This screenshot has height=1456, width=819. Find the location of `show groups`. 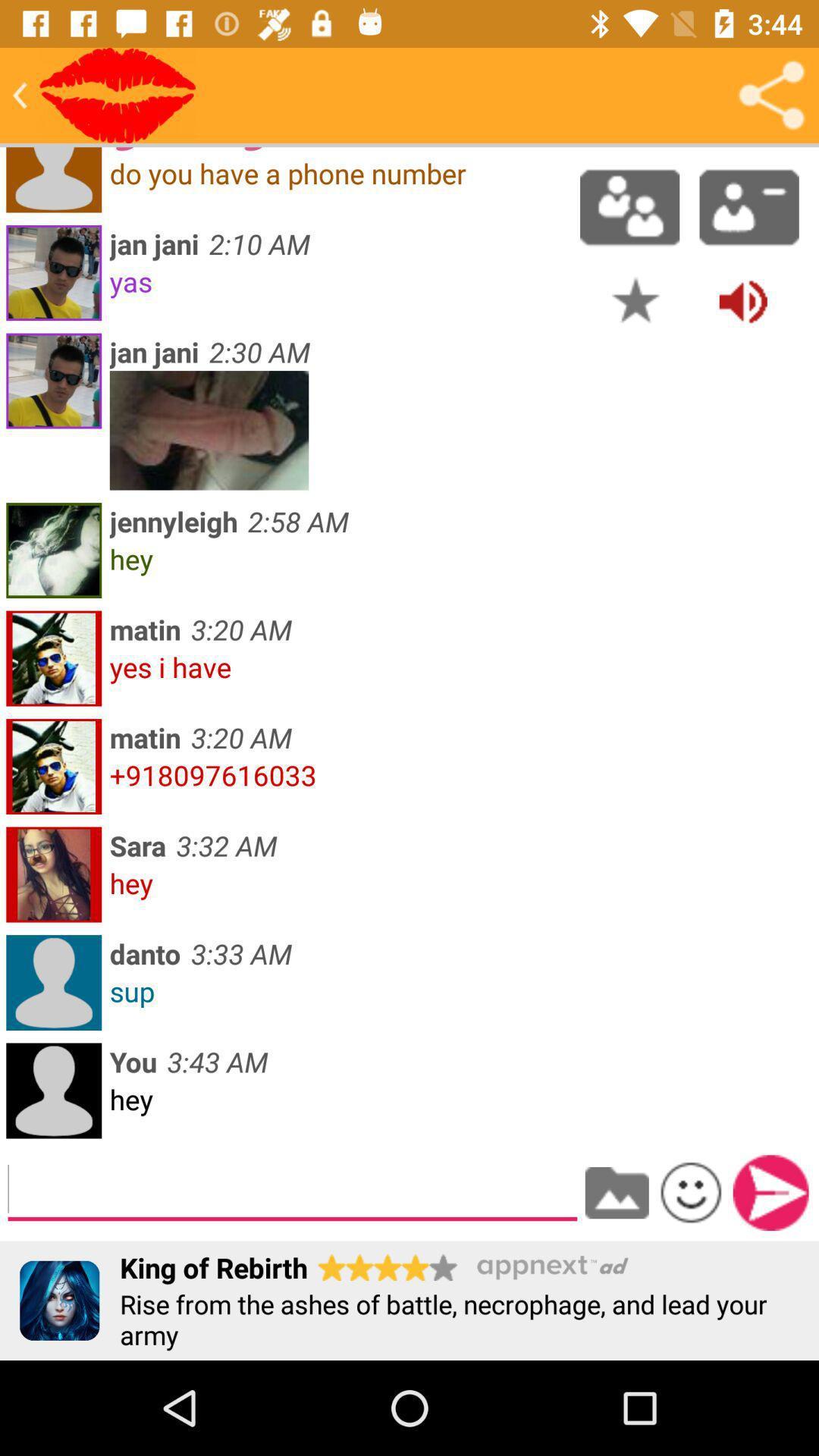

show groups is located at coordinates (629, 206).